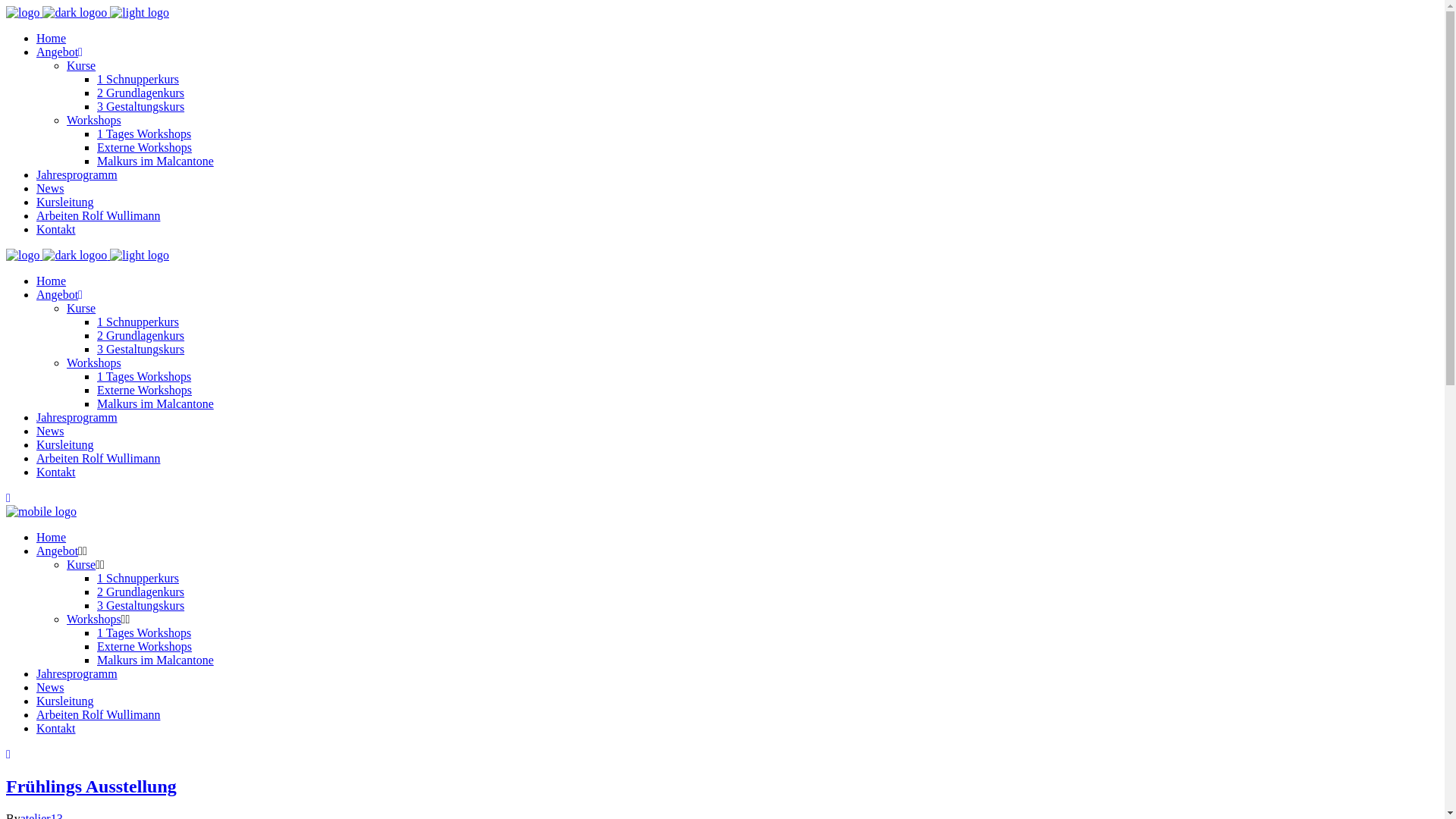 The height and width of the screenshot is (819, 1456). Describe the element at coordinates (57, 551) in the screenshot. I see `'Angebot'` at that location.